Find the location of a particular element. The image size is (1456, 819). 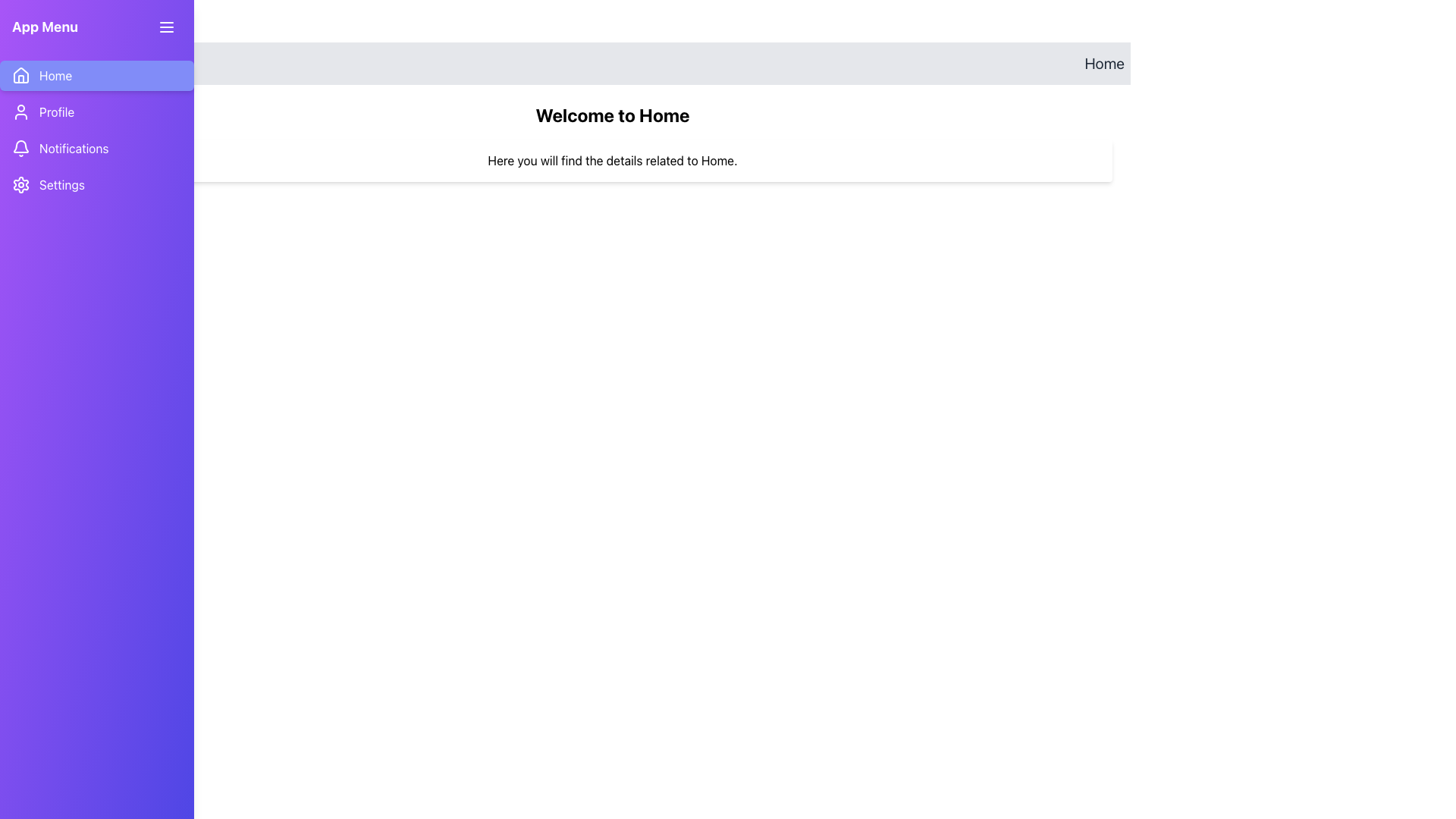

the interactive button with a purple background and a hamburger menu icon located in the top-right corner of the sidebar header is located at coordinates (167, 27).